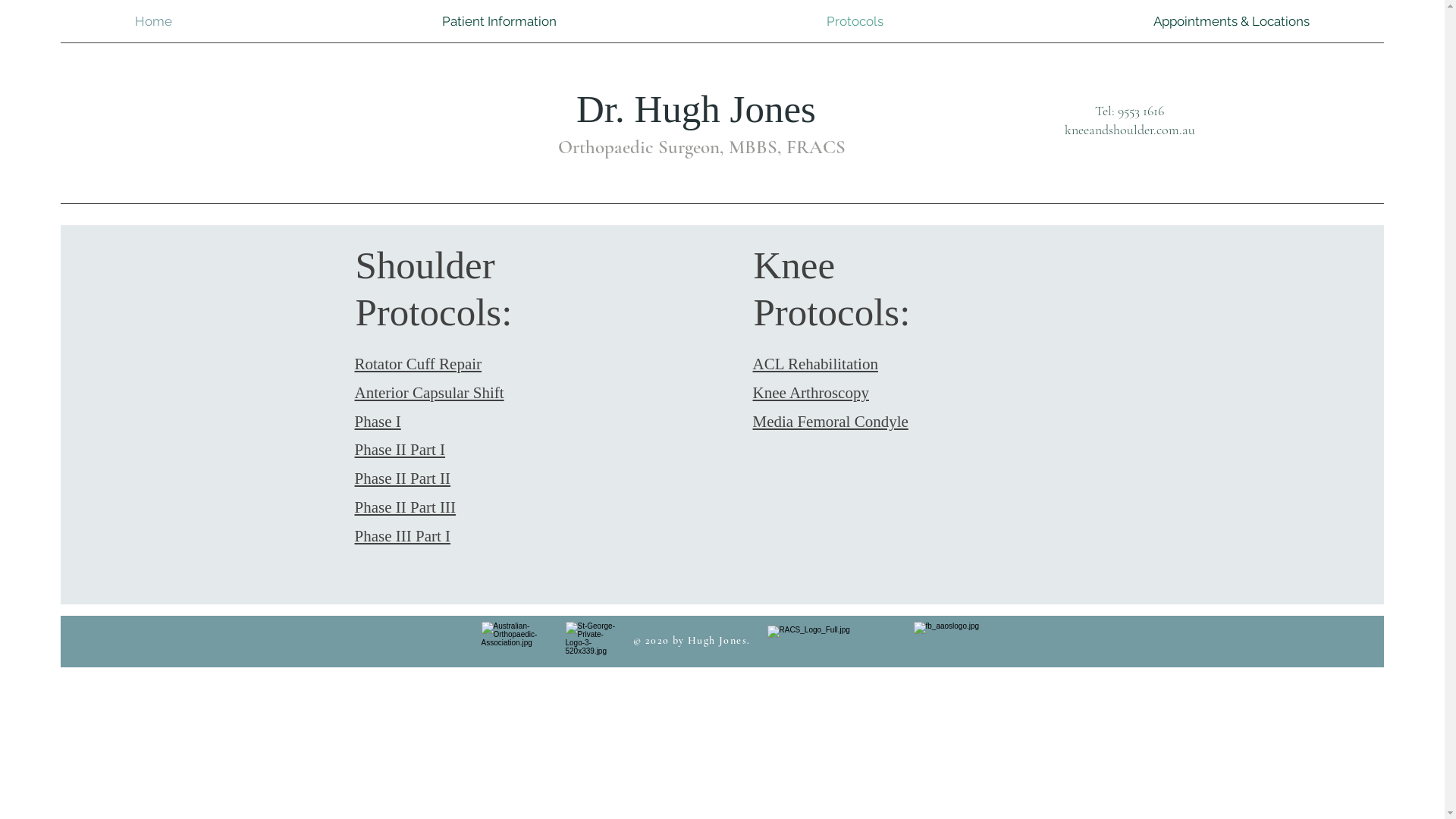  I want to click on 'Home', so click(153, 20).